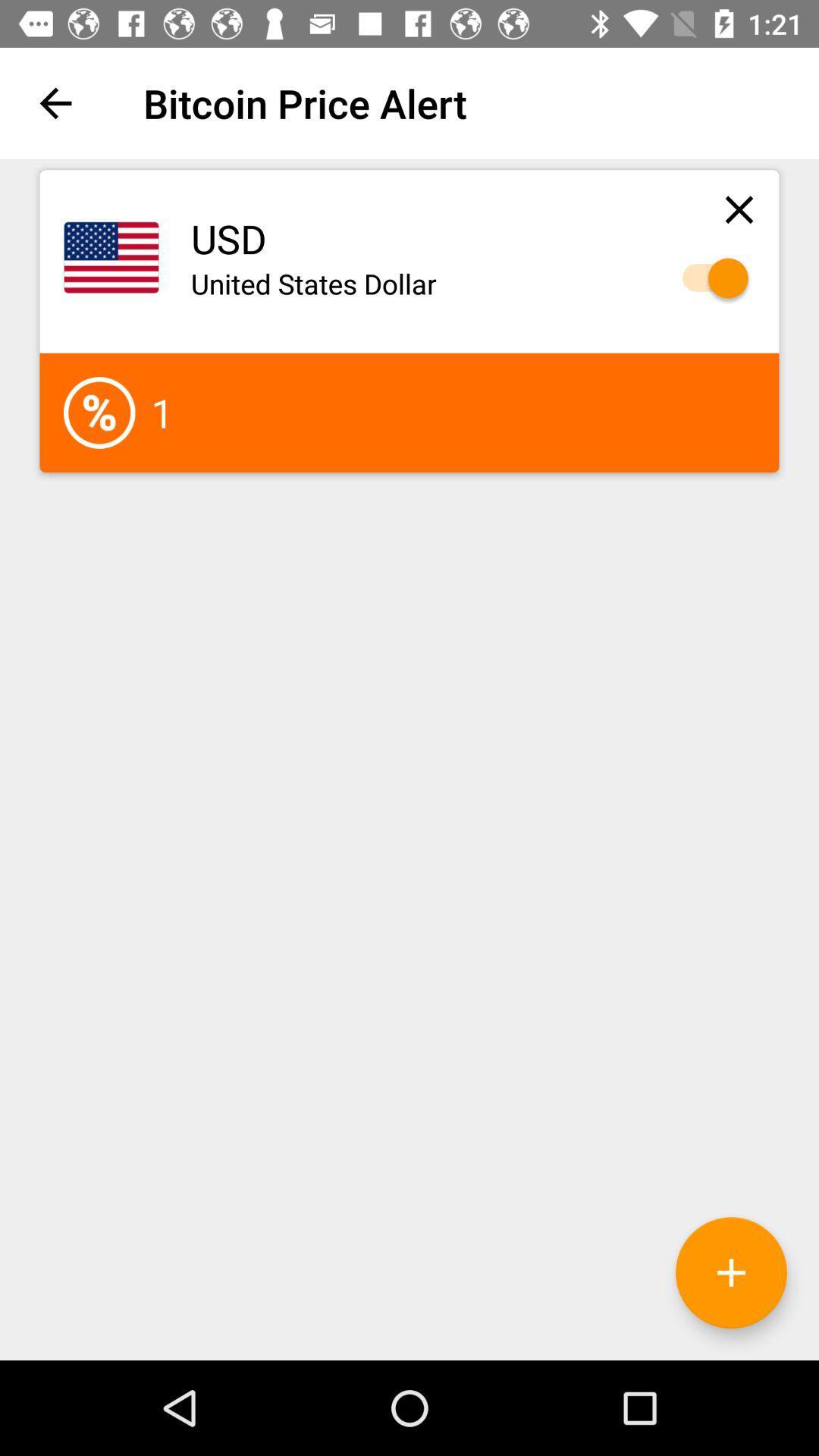 This screenshot has width=819, height=1456. What do you see at coordinates (708, 278) in the screenshot?
I see `the icon to the right of the united states dollar item` at bounding box center [708, 278].